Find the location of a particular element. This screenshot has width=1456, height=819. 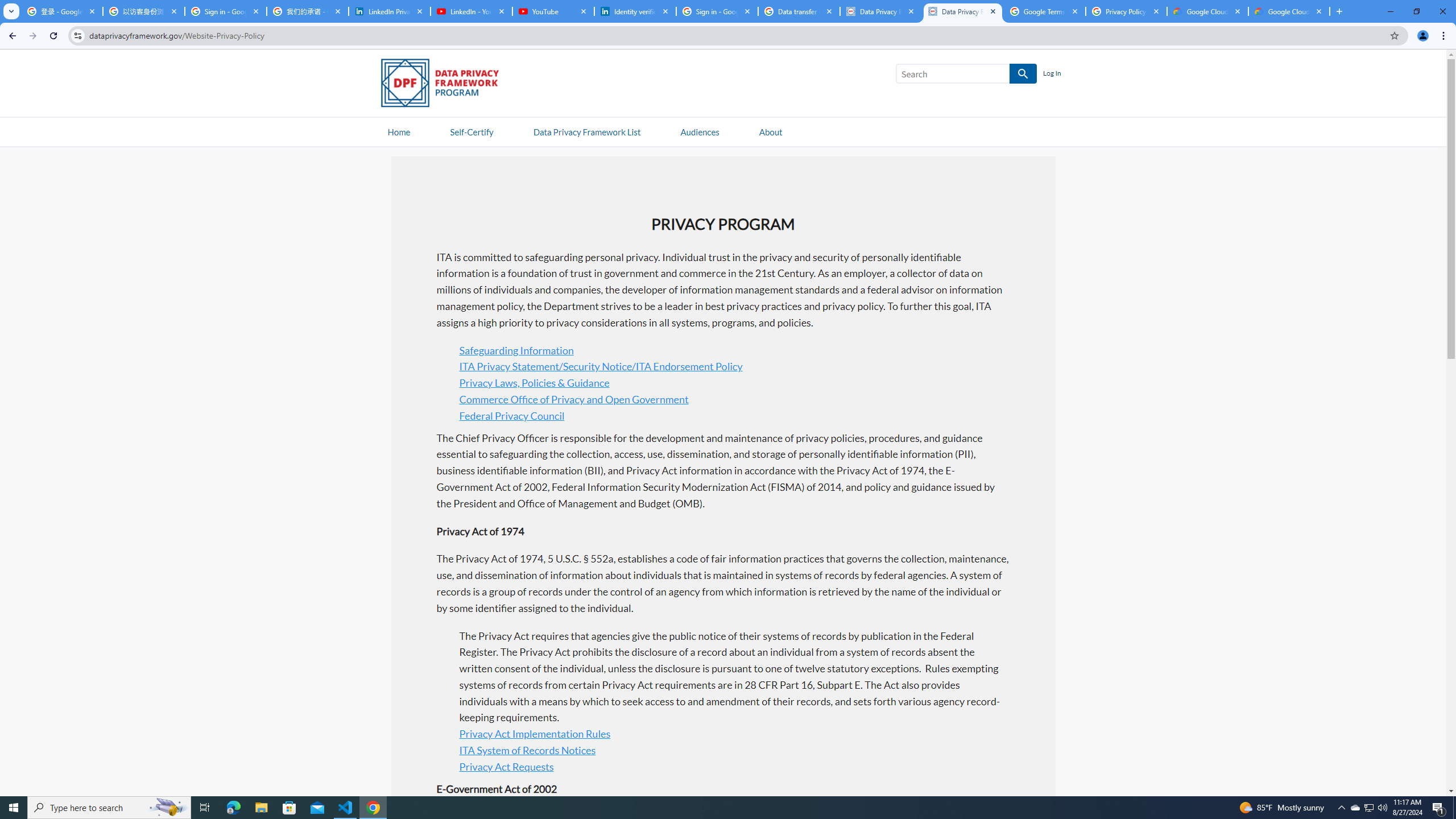

'AutomationID: navitem' is located at coordinates (700, 131).